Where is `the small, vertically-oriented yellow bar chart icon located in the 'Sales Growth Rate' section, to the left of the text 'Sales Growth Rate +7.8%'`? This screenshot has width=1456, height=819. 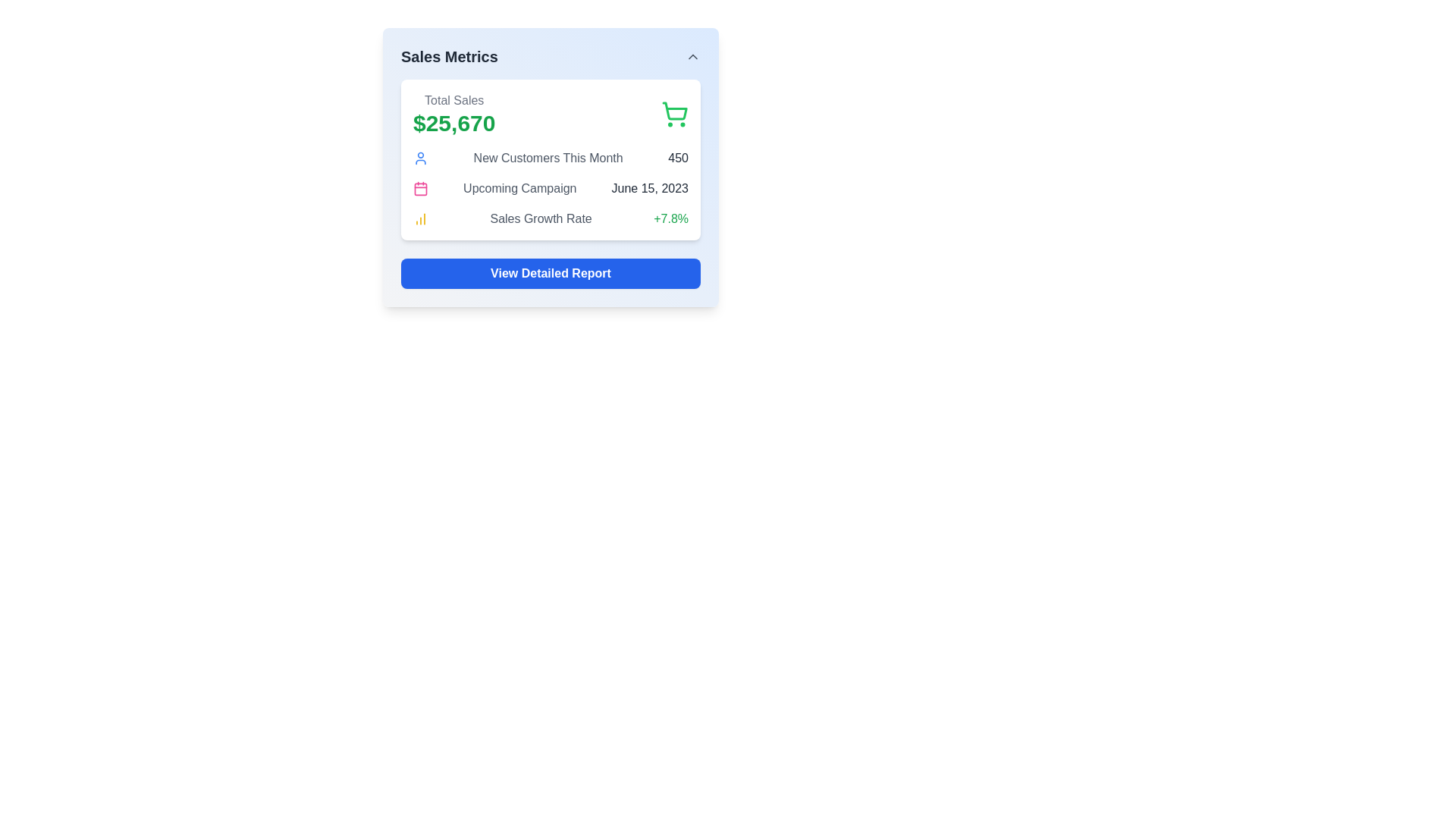
the small, vertically-oriented yellow bar chart icon located in the 'Sales Growth Rate' section, to the left of the text 'Sales Growth Rate +7.8%' is located at coordinates (421, 219).